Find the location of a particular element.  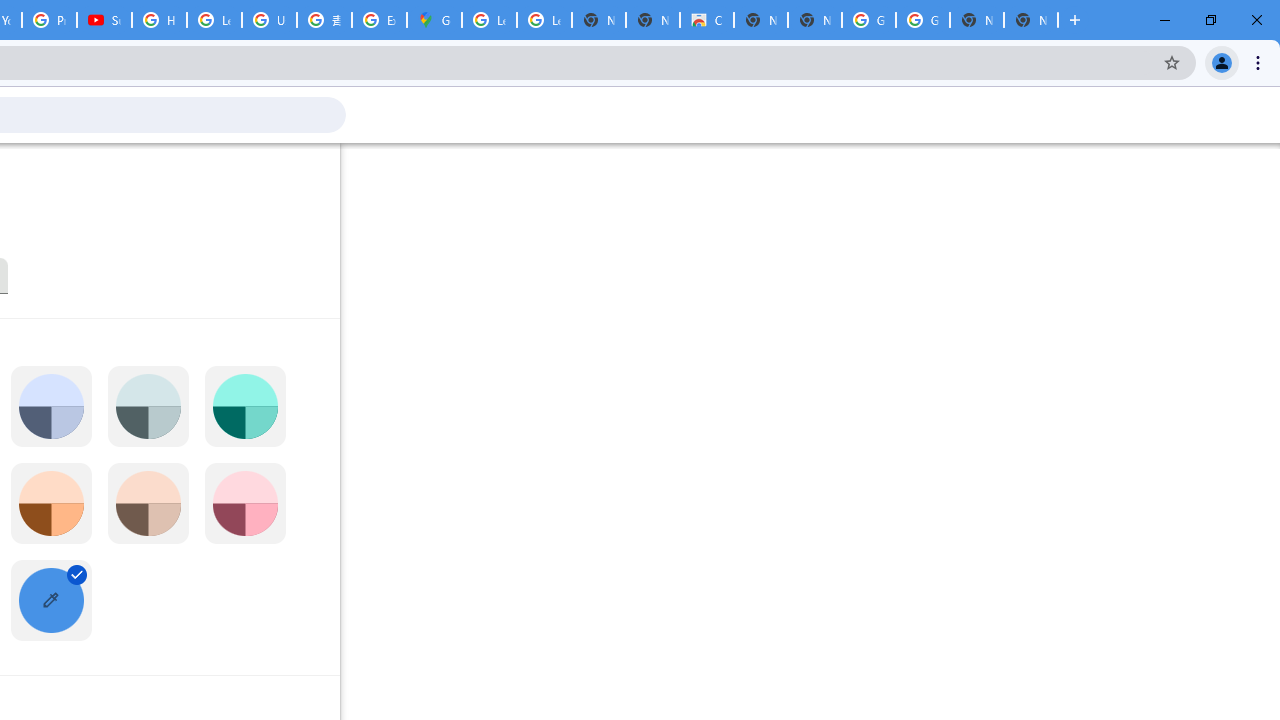

'How Chrome protects your passwords - Google Chrome Help' is located at coordinates (158, 20).